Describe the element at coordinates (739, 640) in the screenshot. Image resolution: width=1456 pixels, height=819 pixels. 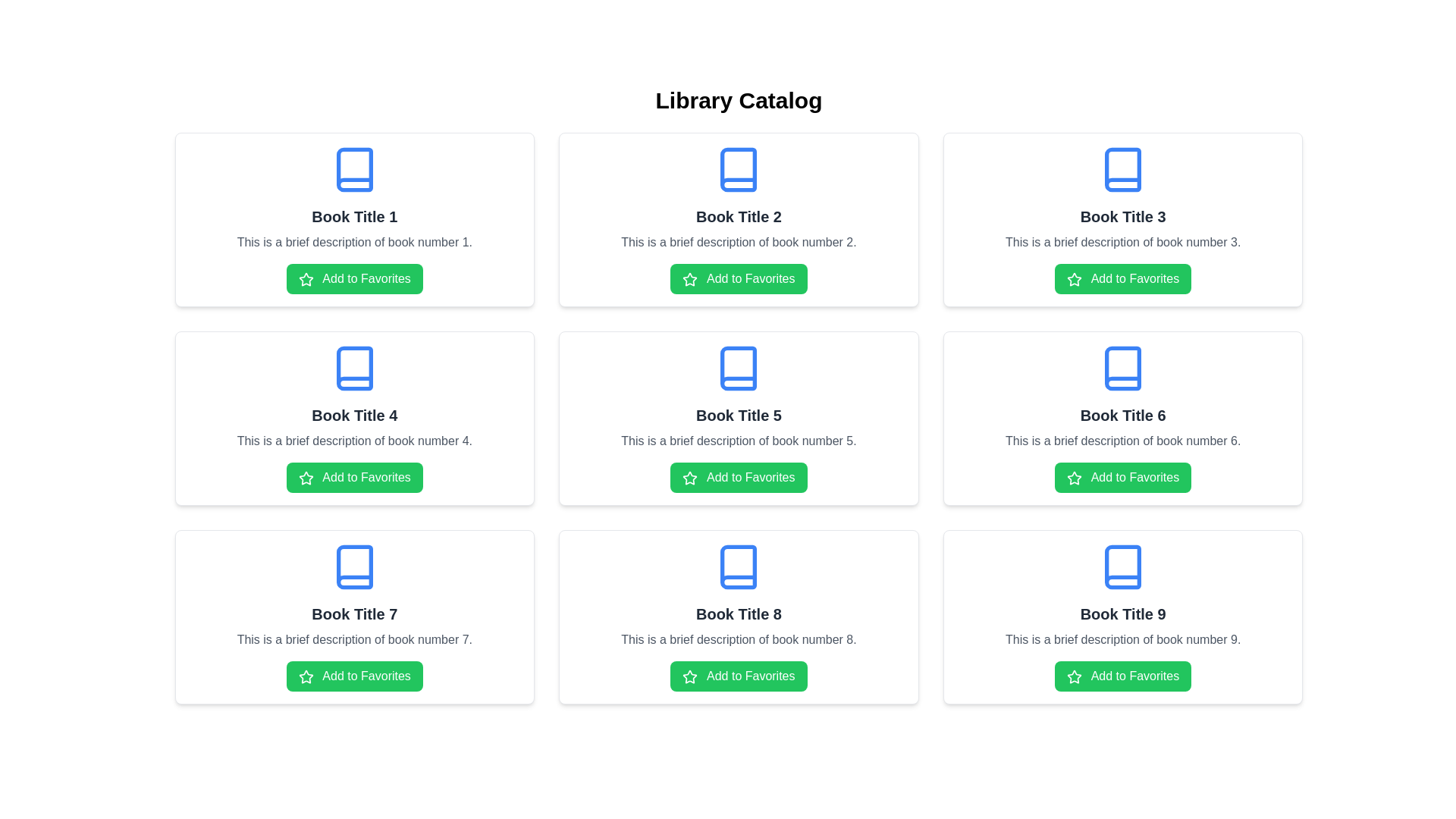
I see `the text paragraph displaying 'This is a brief description of book number 8.' which is located between the title 'Book Title 8' and the button 'Add to Favorites.'` at that location.